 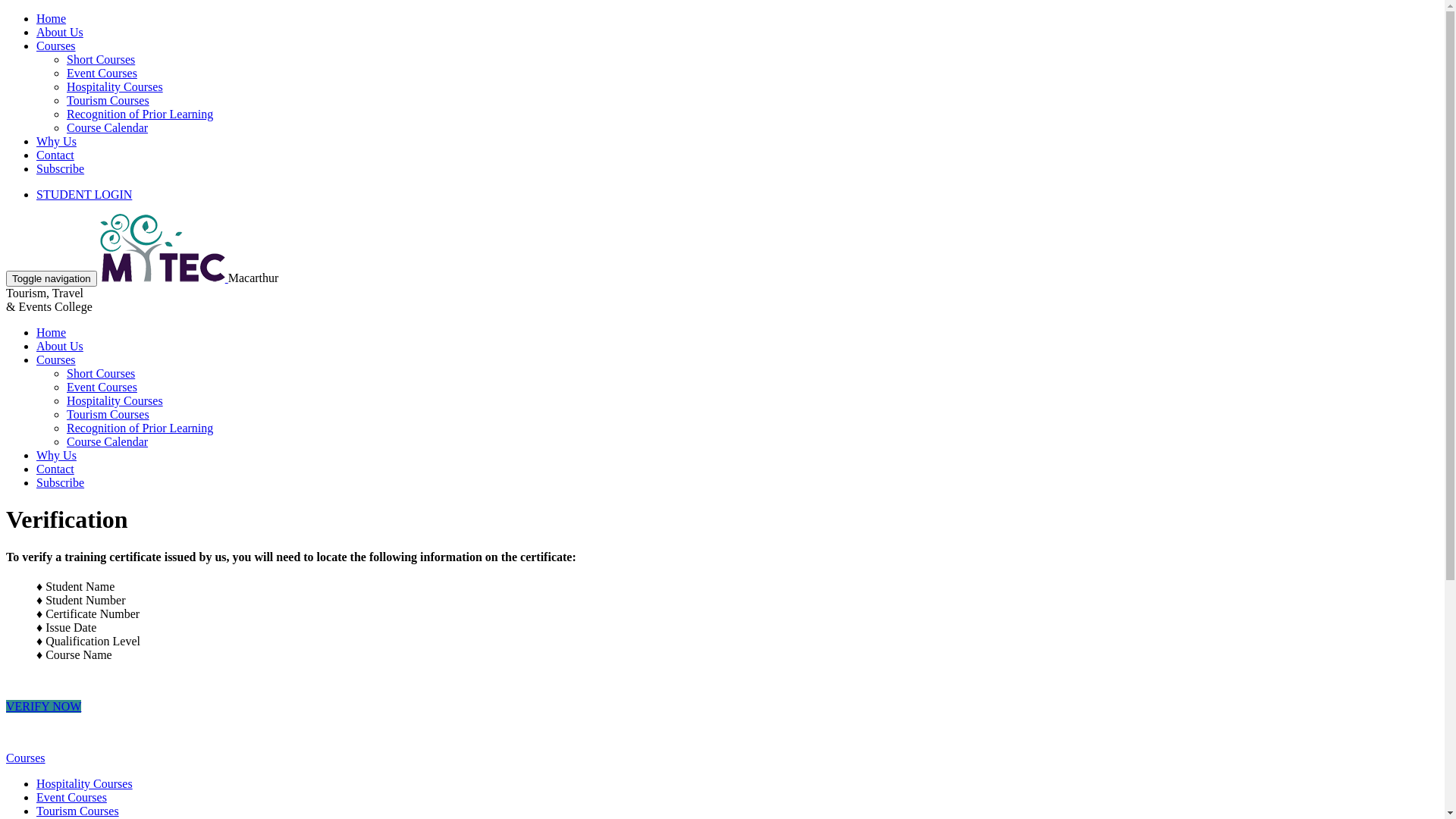 What do you see at coordinates (36, 45) in the screenshot?
I see `'Courses'` at bounding box center [36, 45].